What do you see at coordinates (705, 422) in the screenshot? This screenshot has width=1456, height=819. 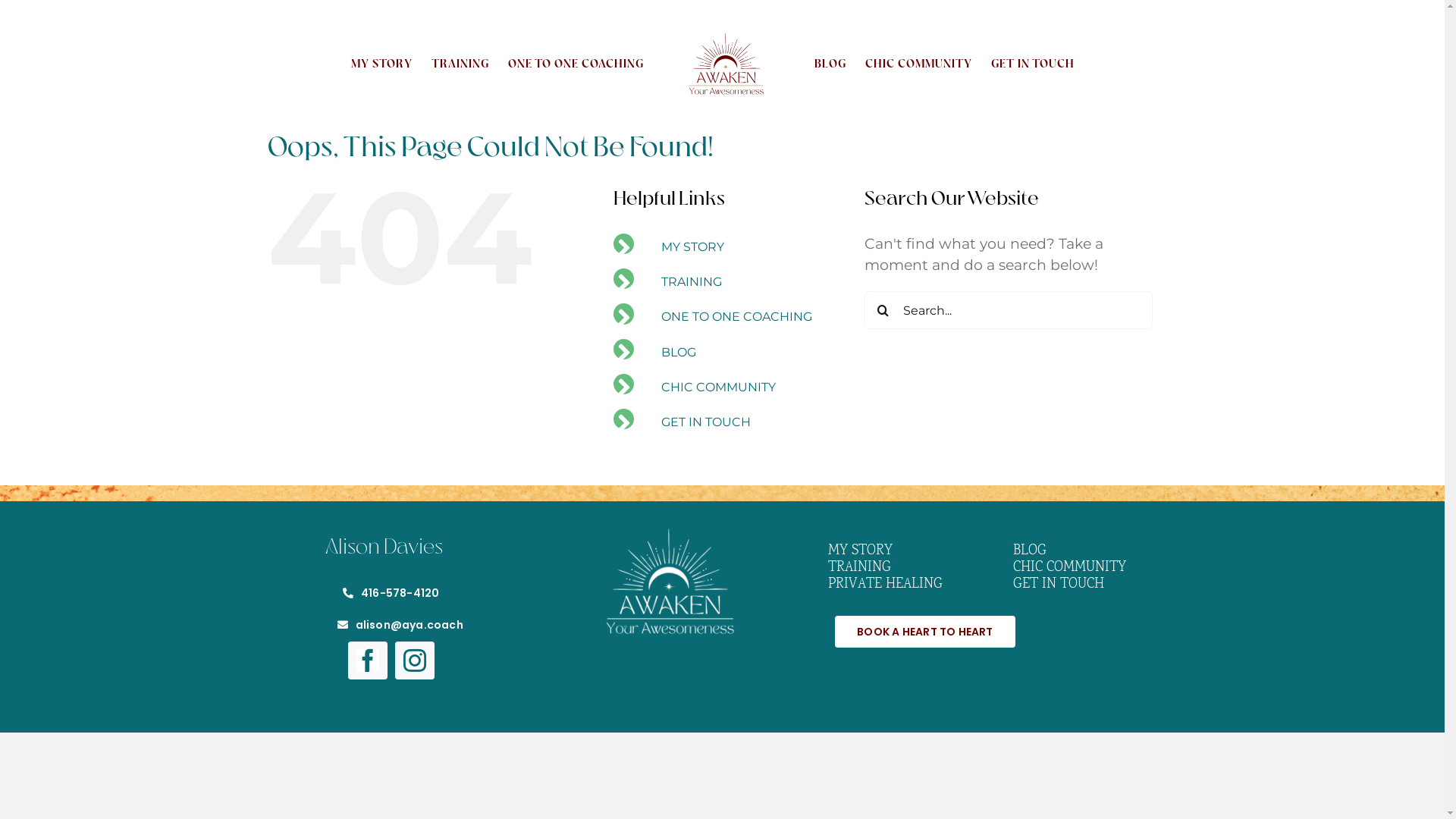 I see `'GET IN TOUCH'` at bounding box center [705, 422].